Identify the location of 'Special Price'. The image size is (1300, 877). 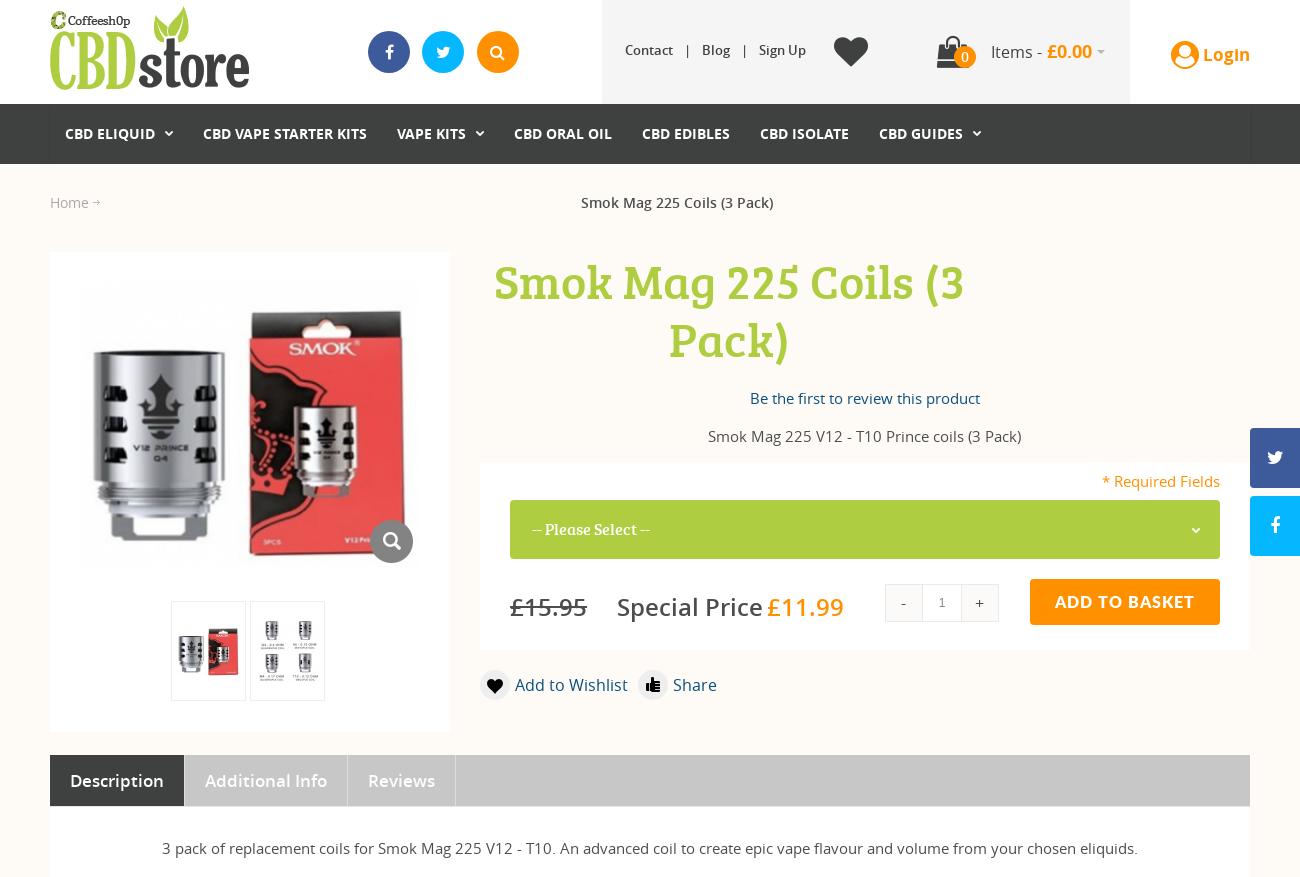
(689, 605).